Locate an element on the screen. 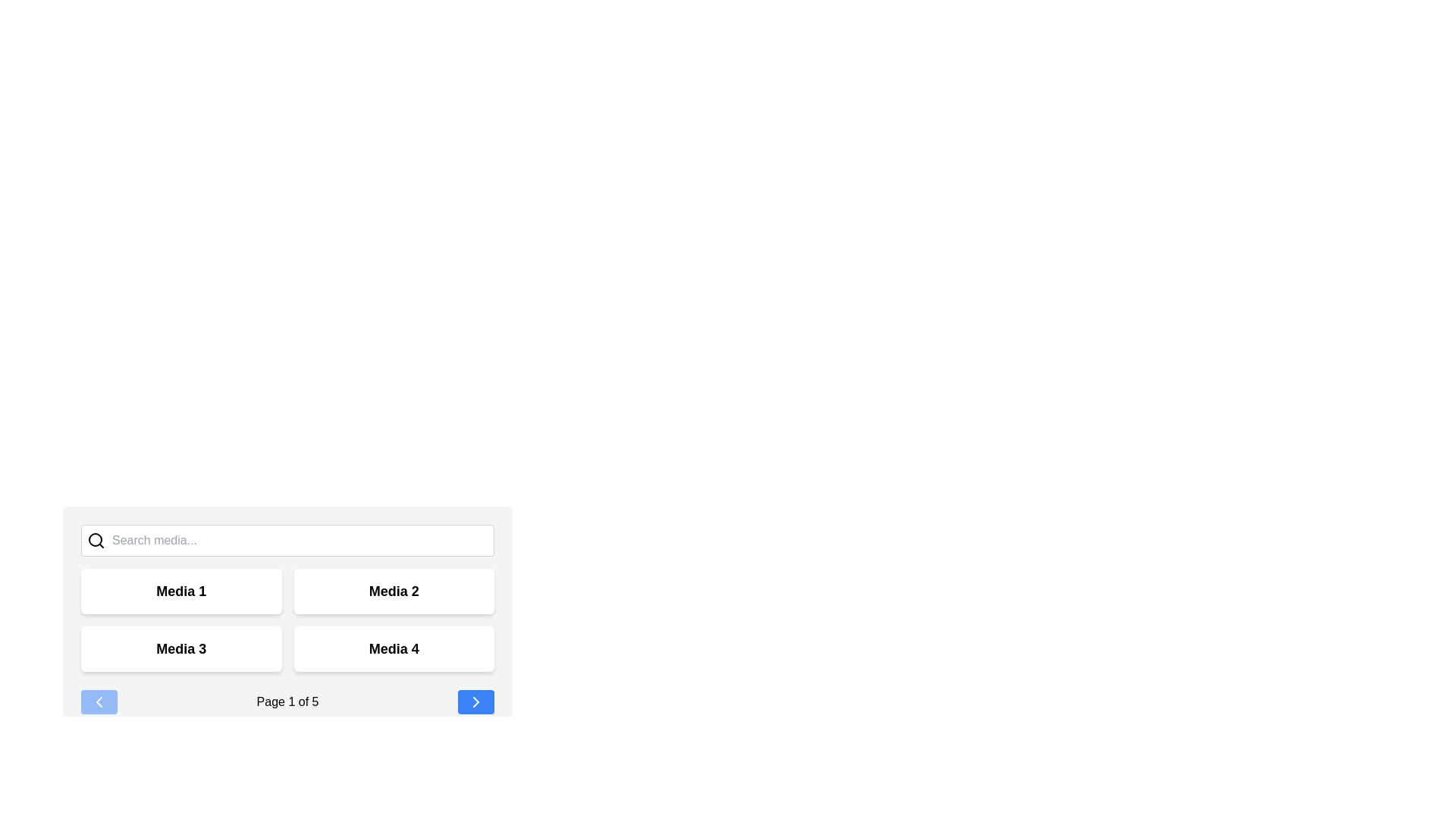  the 'Media 2' card located in the upper-right quadrant of the interface is located at coordinates (394, 590).